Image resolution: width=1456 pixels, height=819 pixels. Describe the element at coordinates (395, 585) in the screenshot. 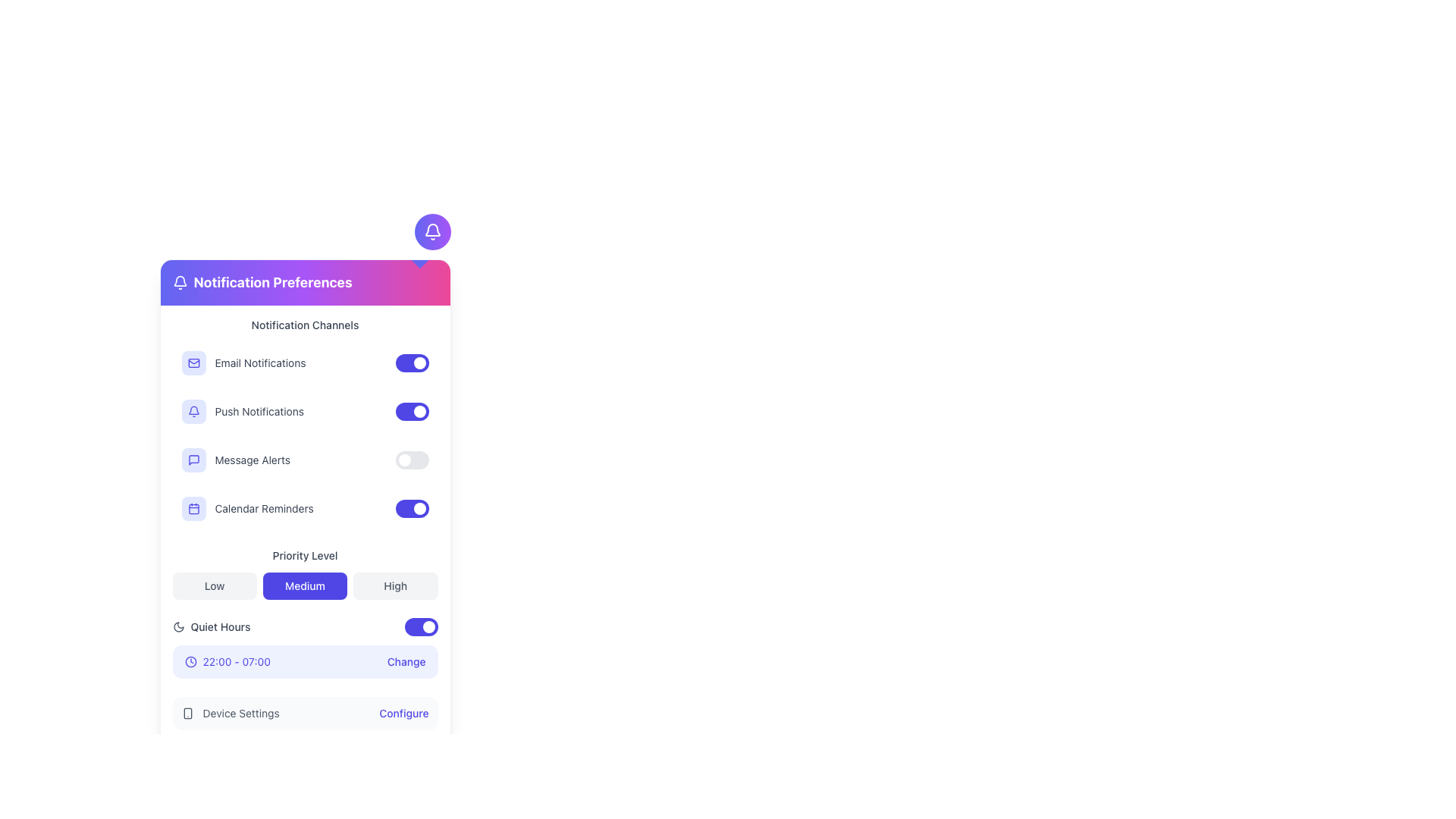

I see `the 'High' priority button, which is a rectangular button with rounded corners, light gray background, and gray text, located in the 'Priority Level' section` at that location.